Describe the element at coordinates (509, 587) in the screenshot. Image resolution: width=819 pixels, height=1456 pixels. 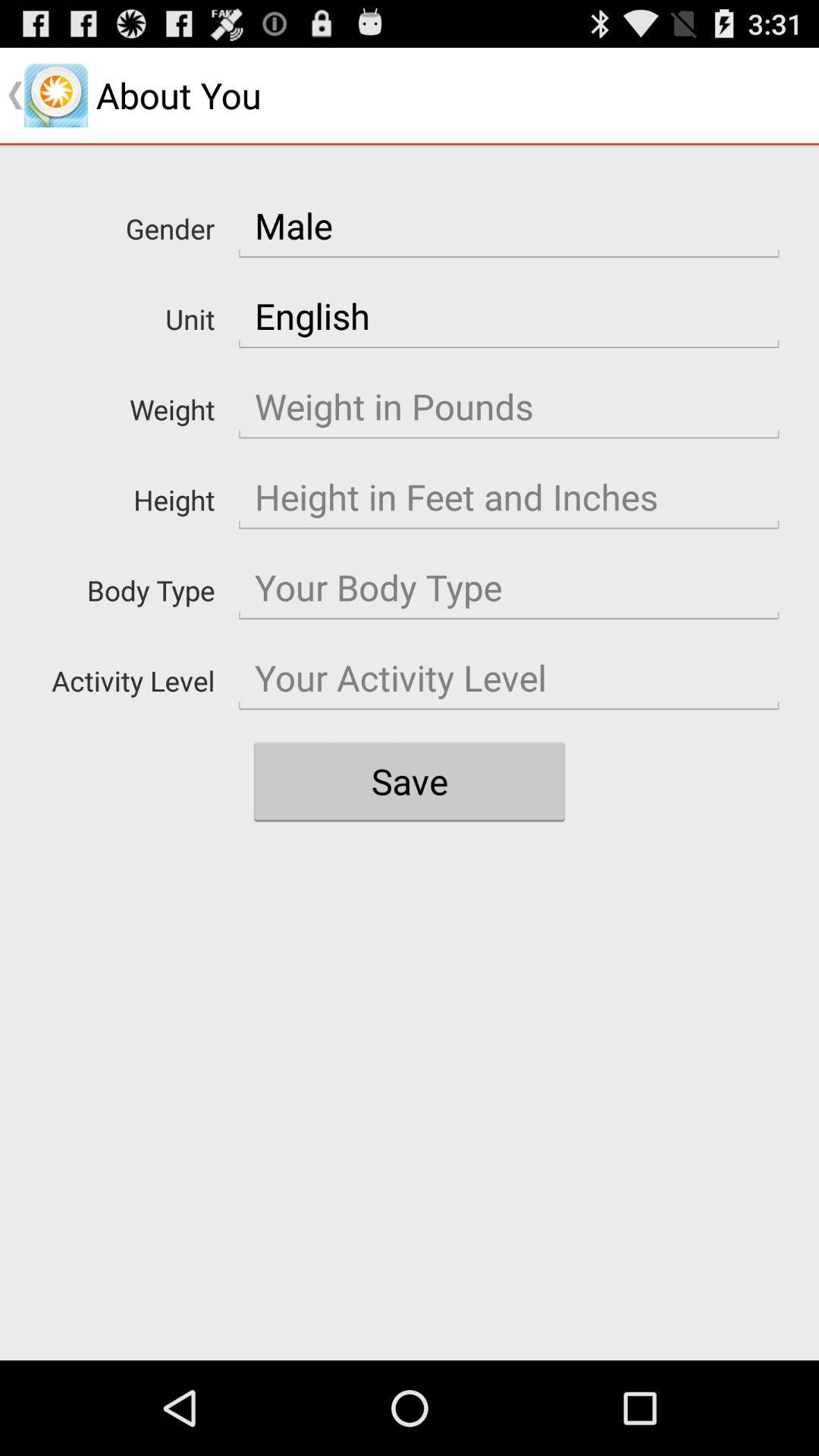
I see `body size` at that location.